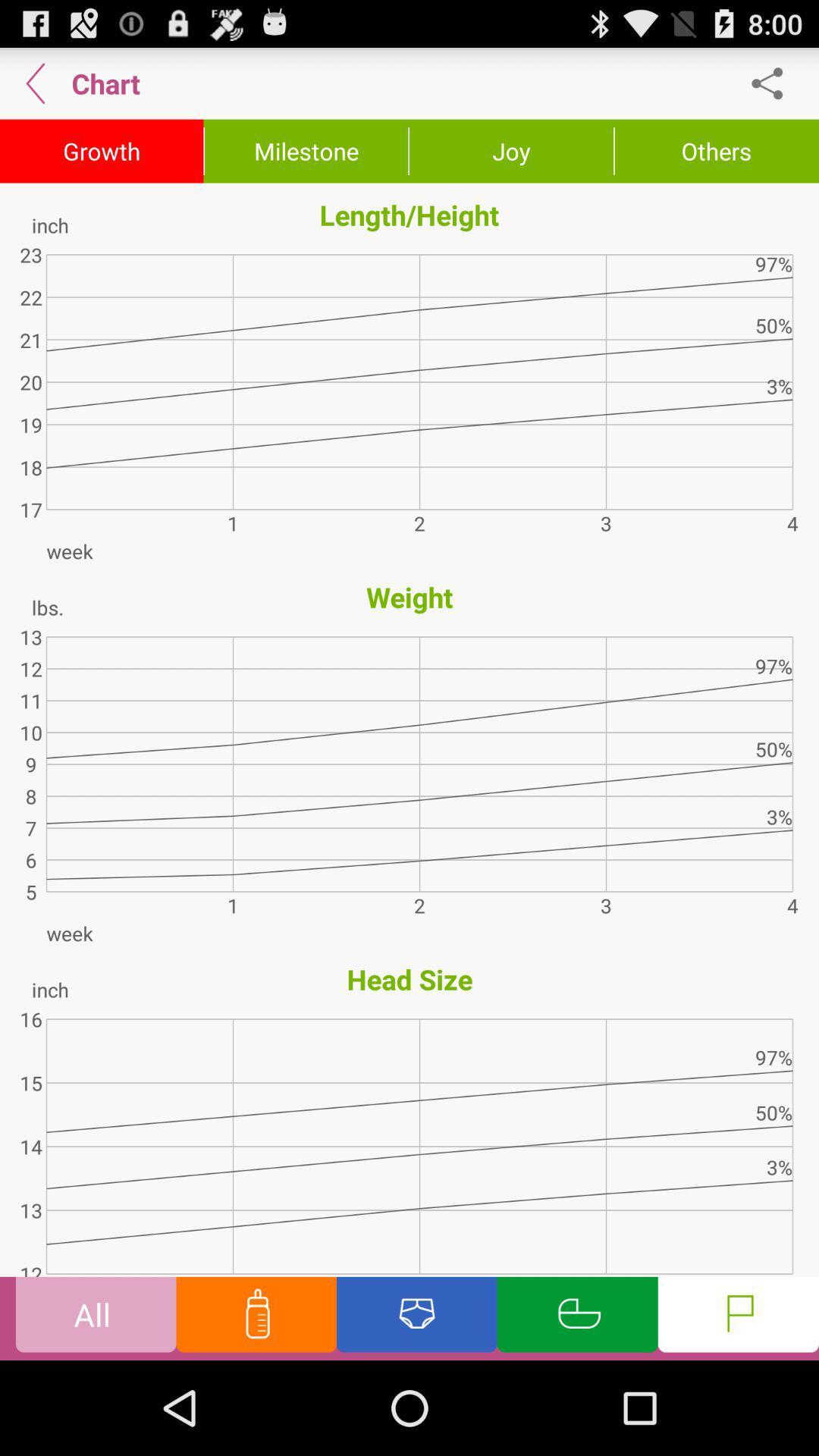 This screenshot has height=1456, width=819. What do you see at coordinates (775, 89) in the screenshot?
I see `the share icon` at bounding box center [775, 89].